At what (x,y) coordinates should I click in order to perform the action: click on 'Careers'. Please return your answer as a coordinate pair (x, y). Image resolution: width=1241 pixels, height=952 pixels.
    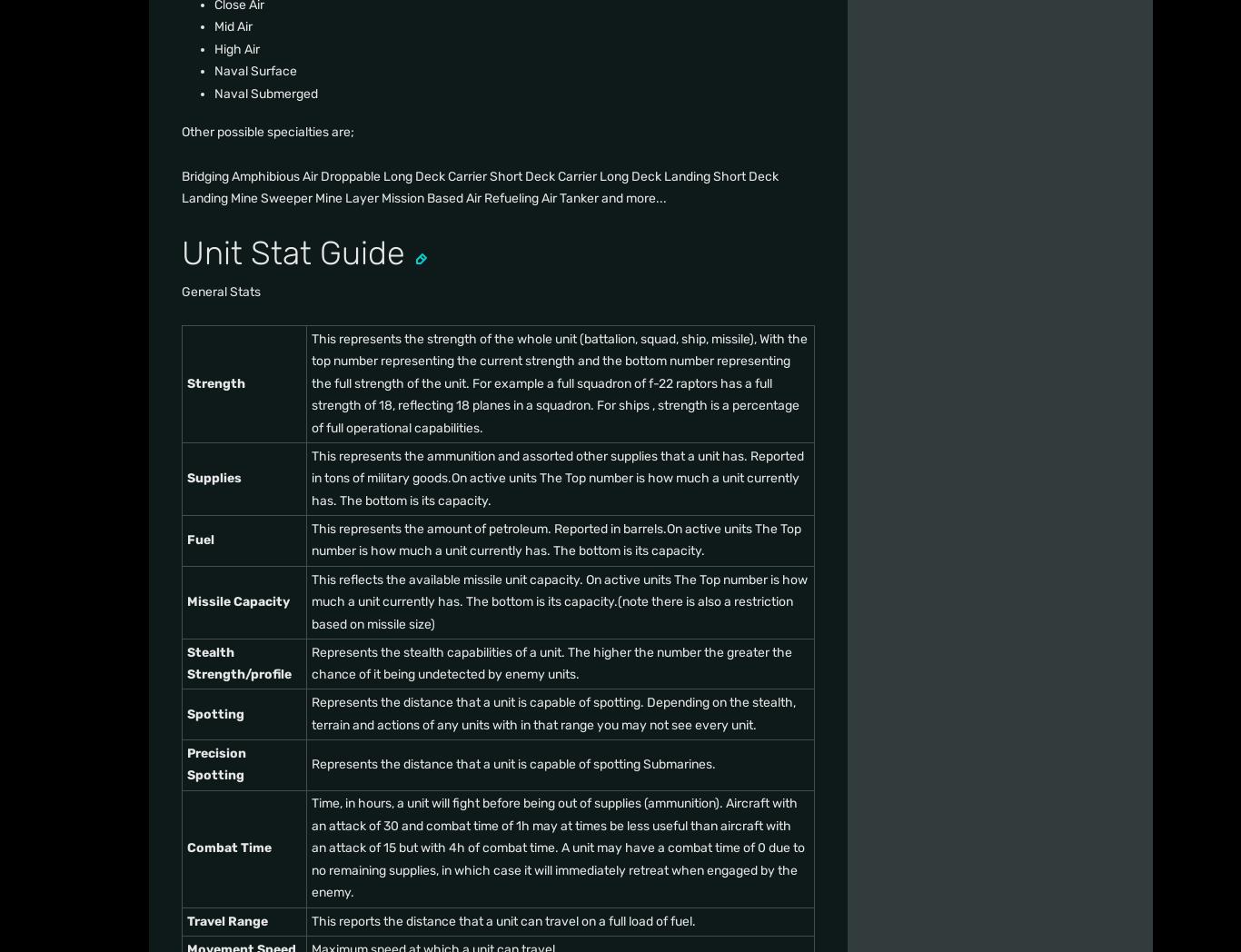
    Looking at the image, I should click on (453, 283).